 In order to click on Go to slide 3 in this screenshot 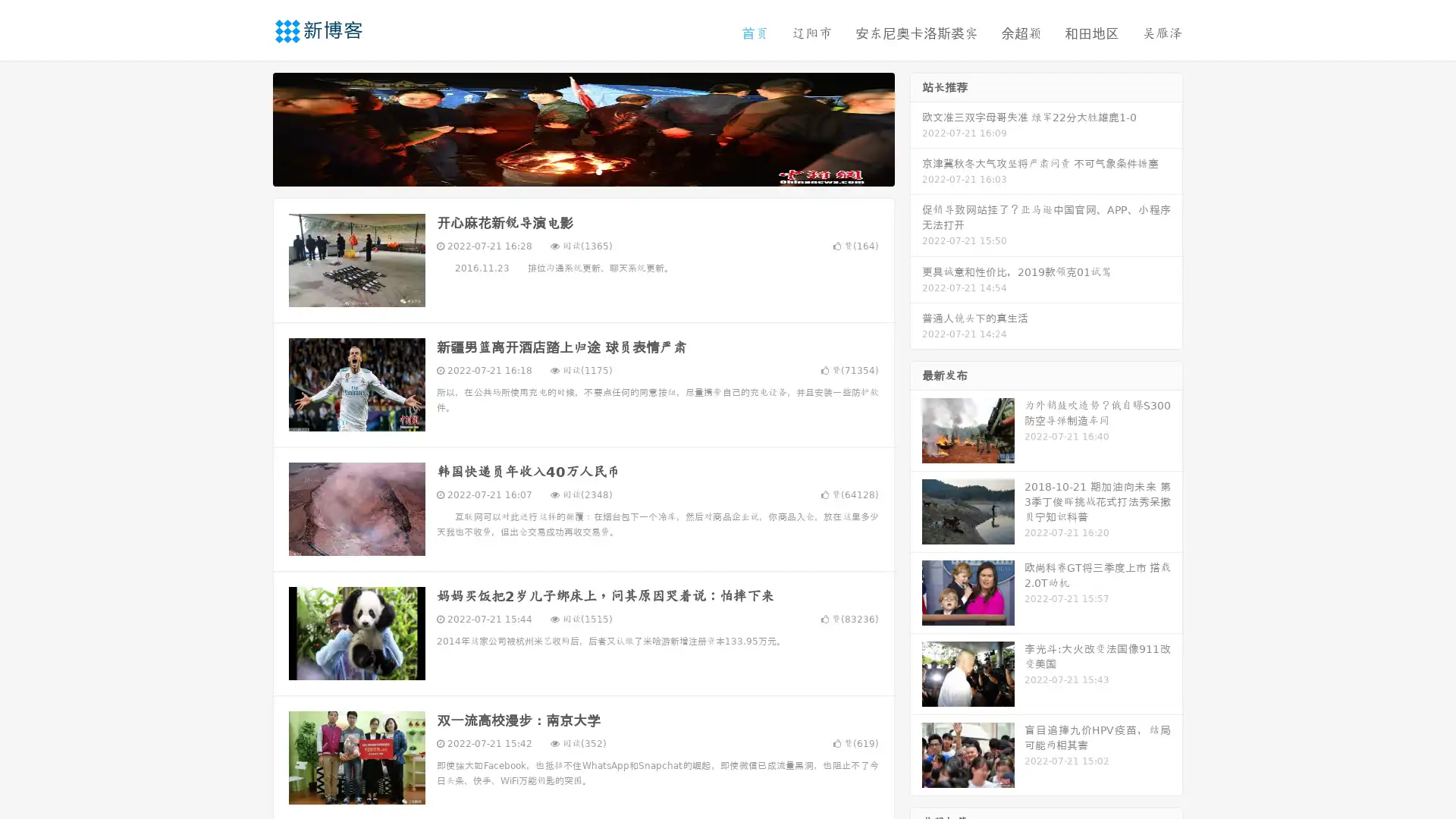, I will do `click(598, 171)`.